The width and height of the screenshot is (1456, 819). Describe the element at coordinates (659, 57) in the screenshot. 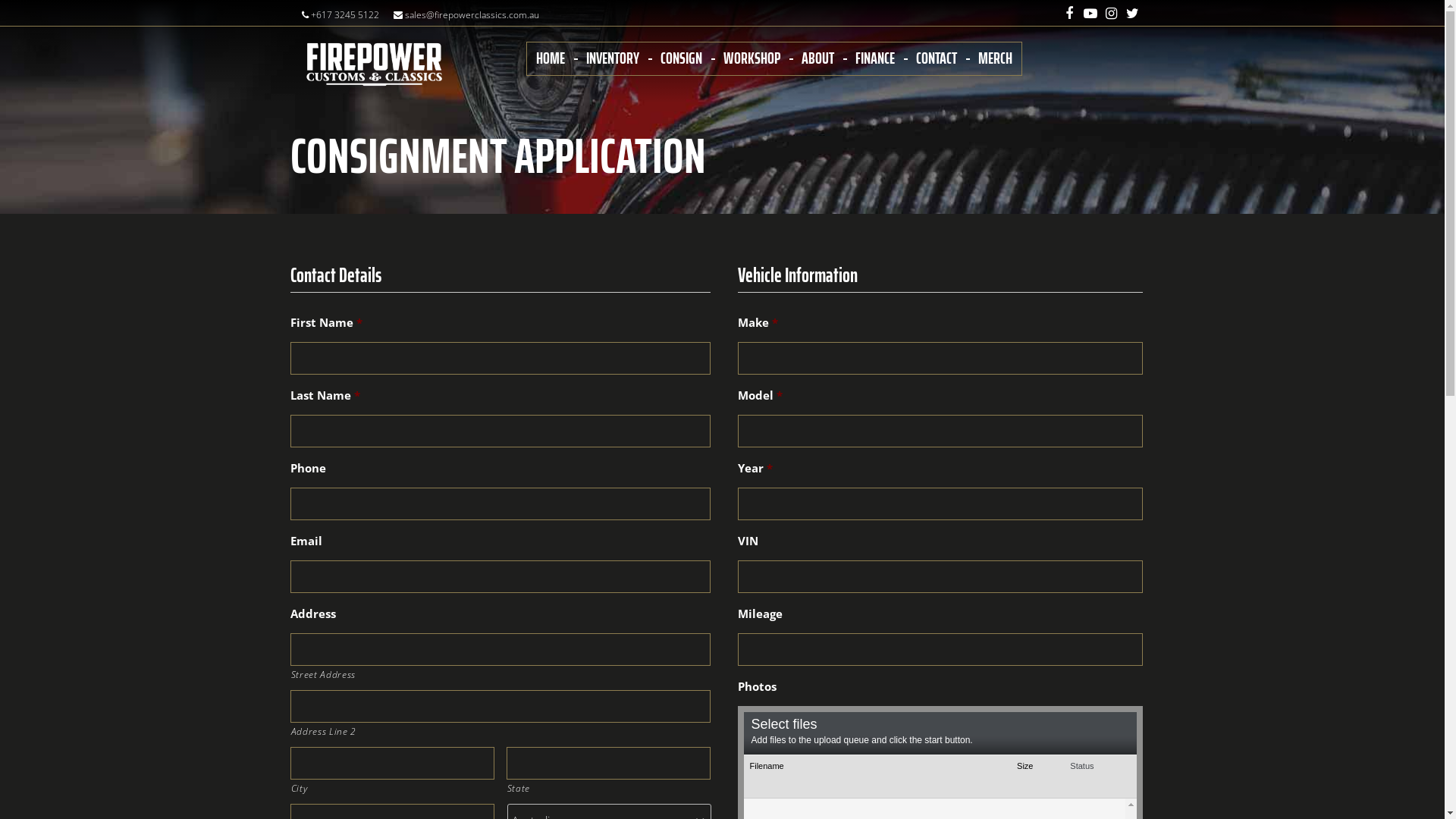

I see `'CONSIGN'` at that location.